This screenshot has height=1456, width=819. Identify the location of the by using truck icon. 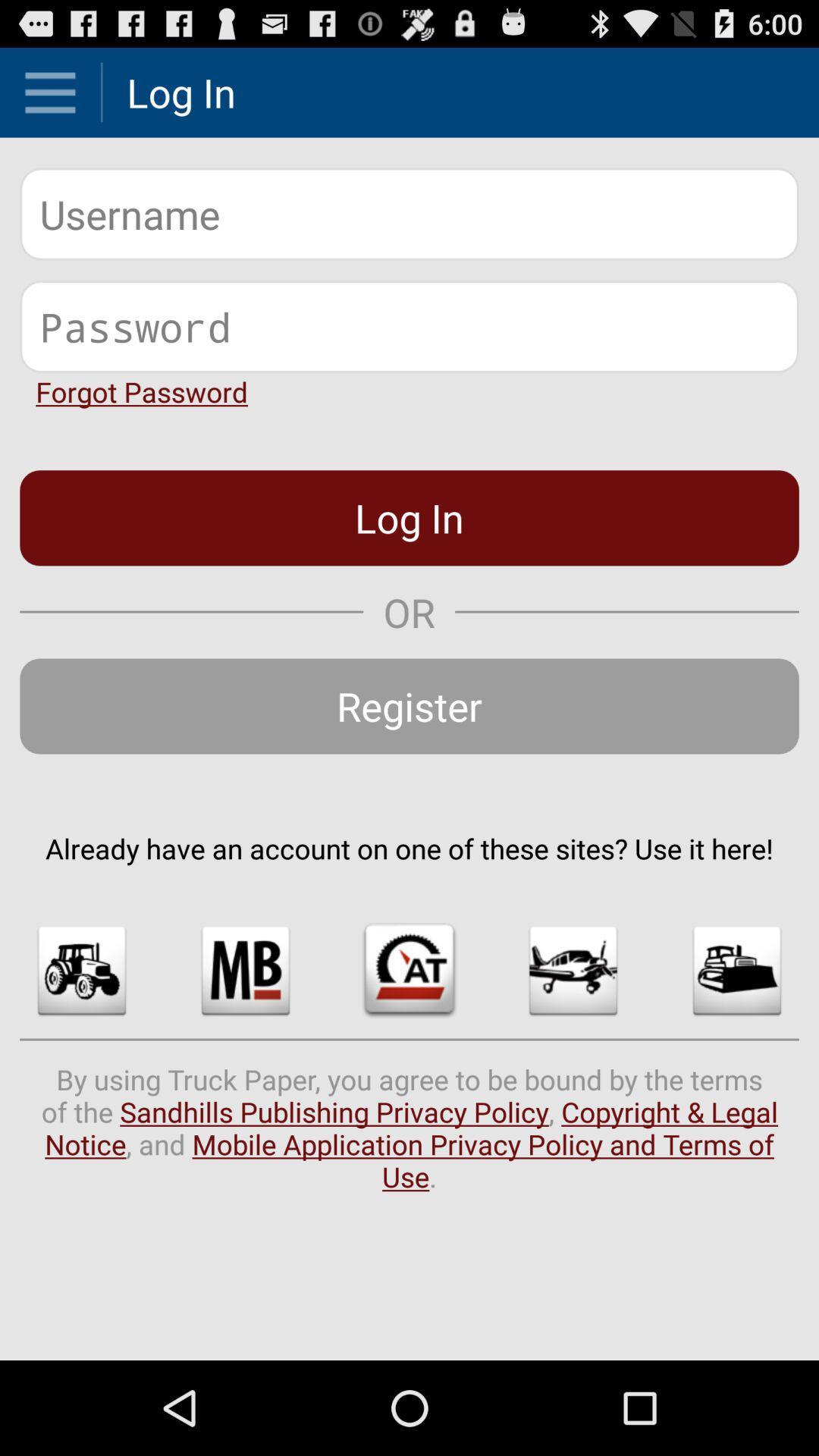
(409, 1128).